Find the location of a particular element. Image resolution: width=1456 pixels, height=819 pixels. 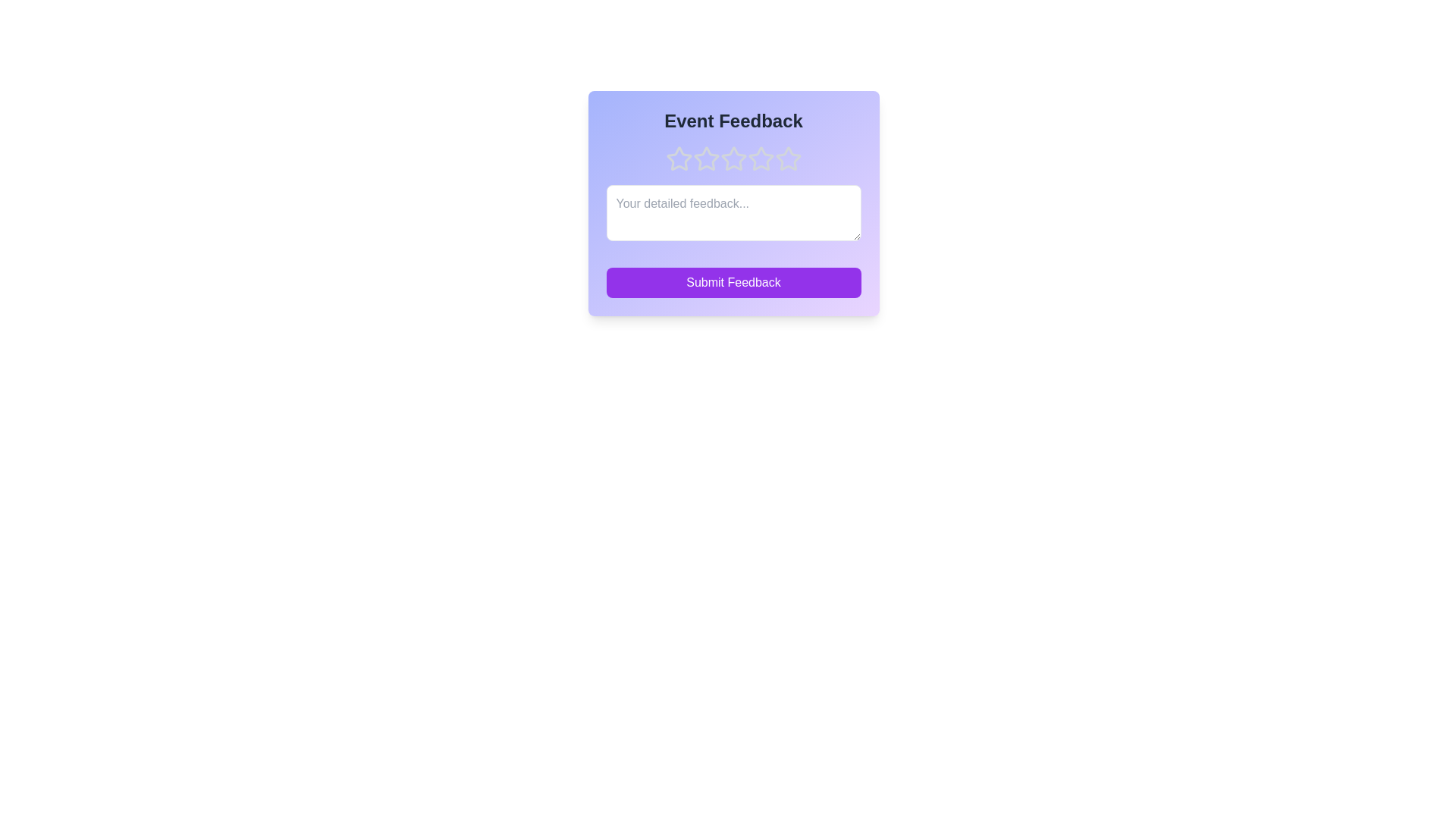

the 'Submit Feedback' button to submit the feedback is located at coordinates (733, 283).